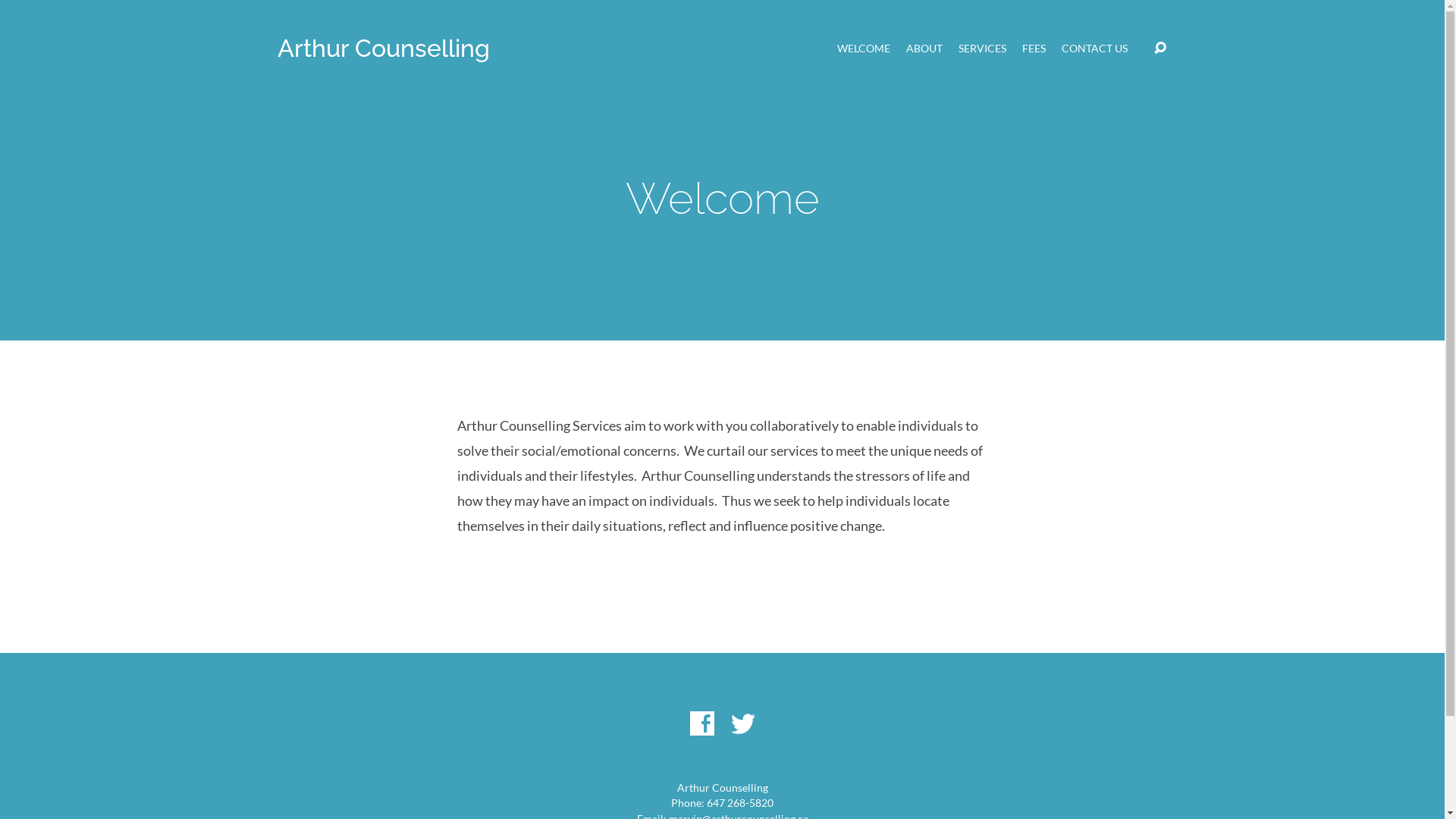  What do you see at coordinates (863, 48) in the screenshot?
I see `'WELCOME'` at bounding box center [863, 48].